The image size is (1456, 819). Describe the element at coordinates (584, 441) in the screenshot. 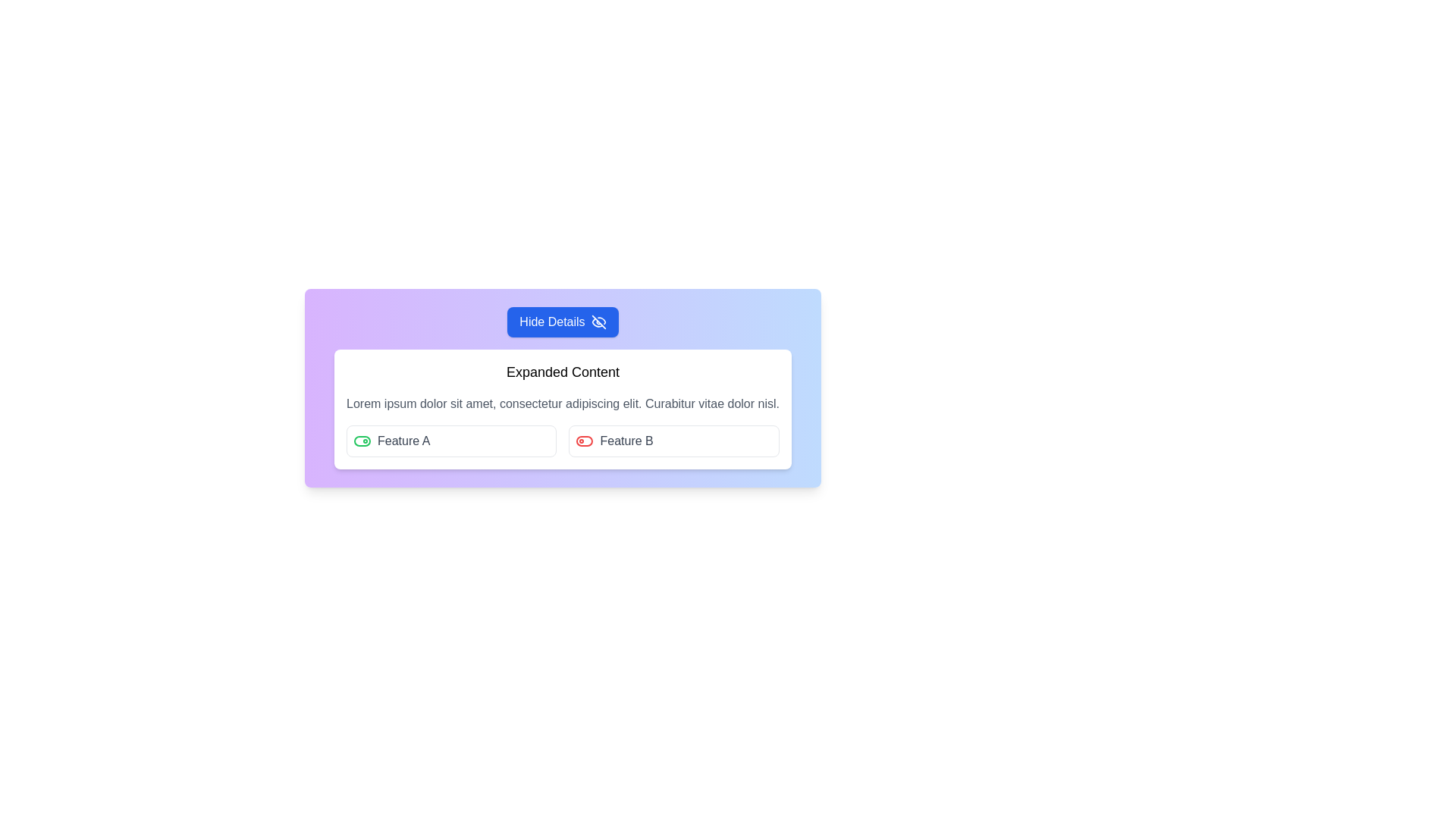

I see `the horizontally elongated rectangular shape with rounded corners and a red background in the 'Feature B' toggle design, located below the 'Expanded Content' text` at that location.